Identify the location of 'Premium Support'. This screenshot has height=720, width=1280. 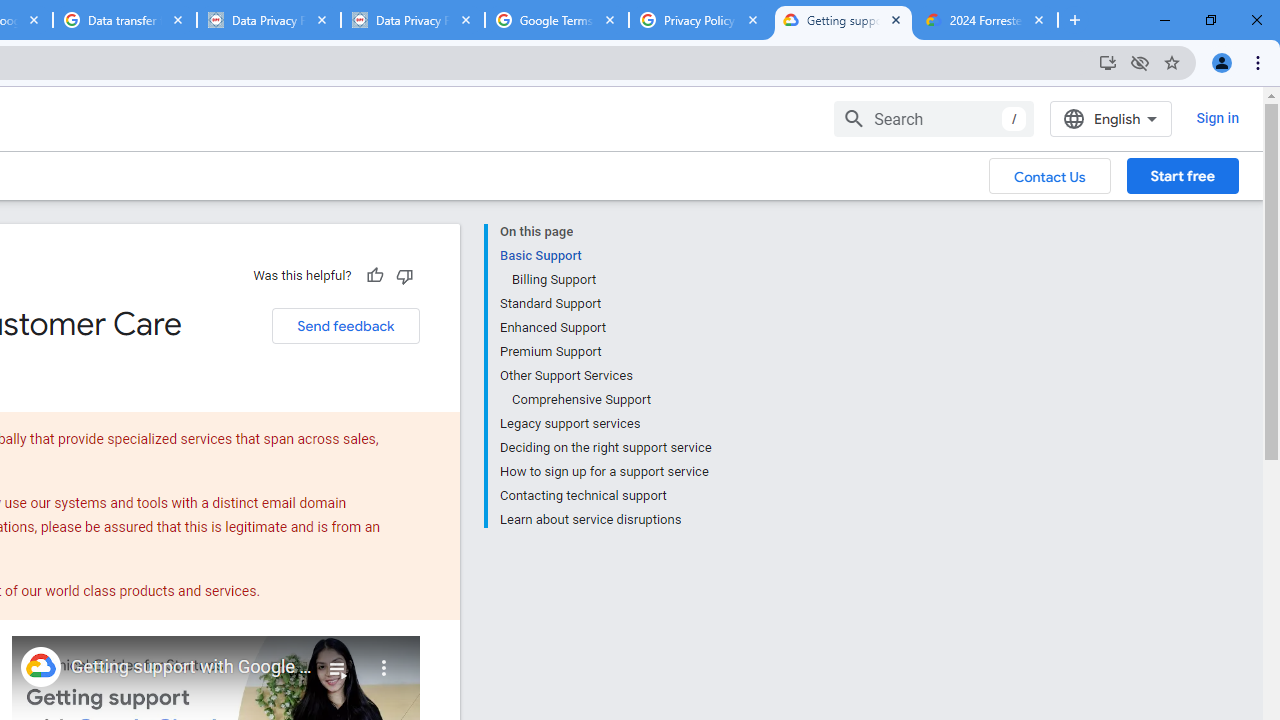
(604, 351).